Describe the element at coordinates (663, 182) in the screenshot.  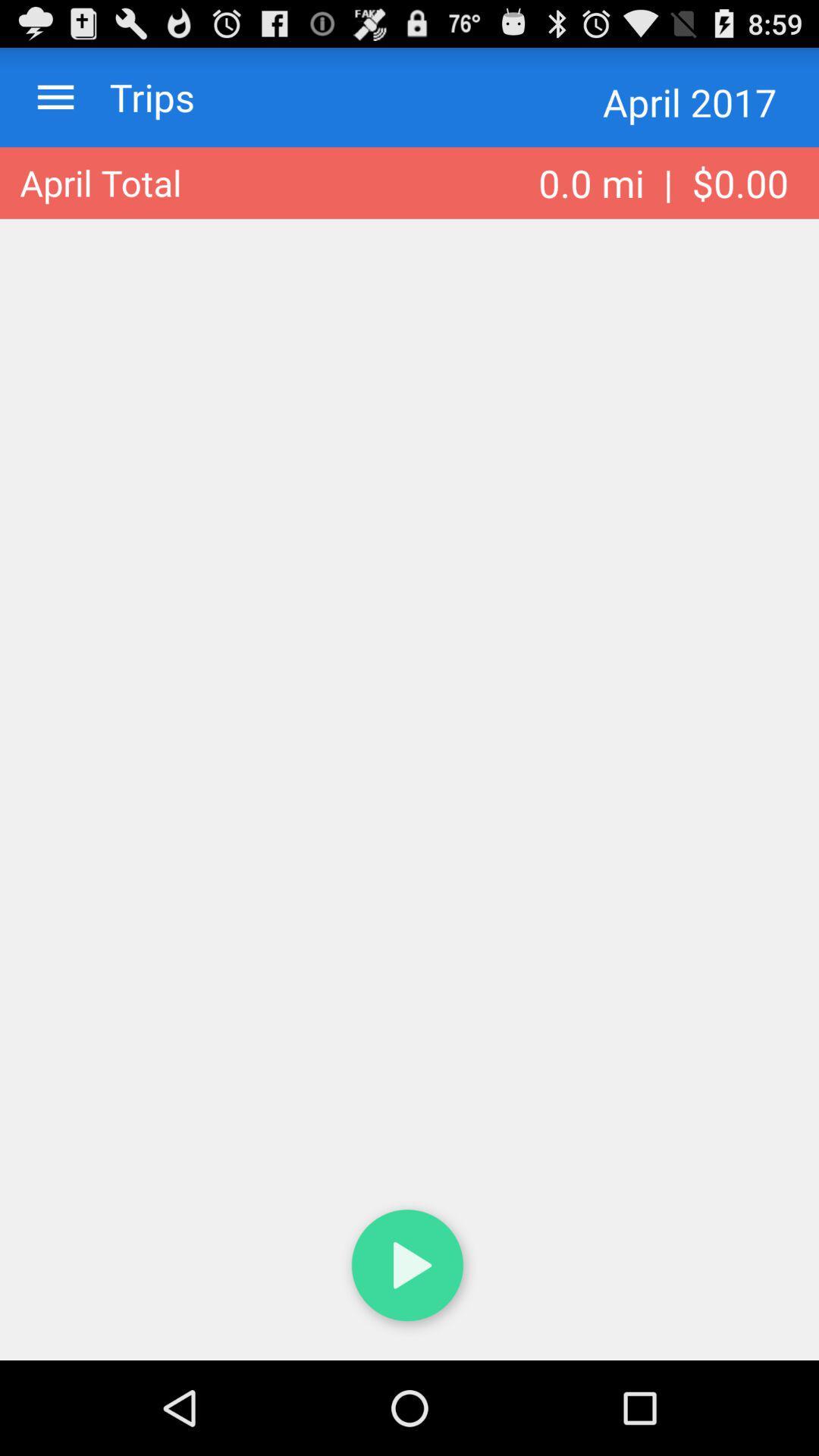
I see `icon below the april 2017` at that location.